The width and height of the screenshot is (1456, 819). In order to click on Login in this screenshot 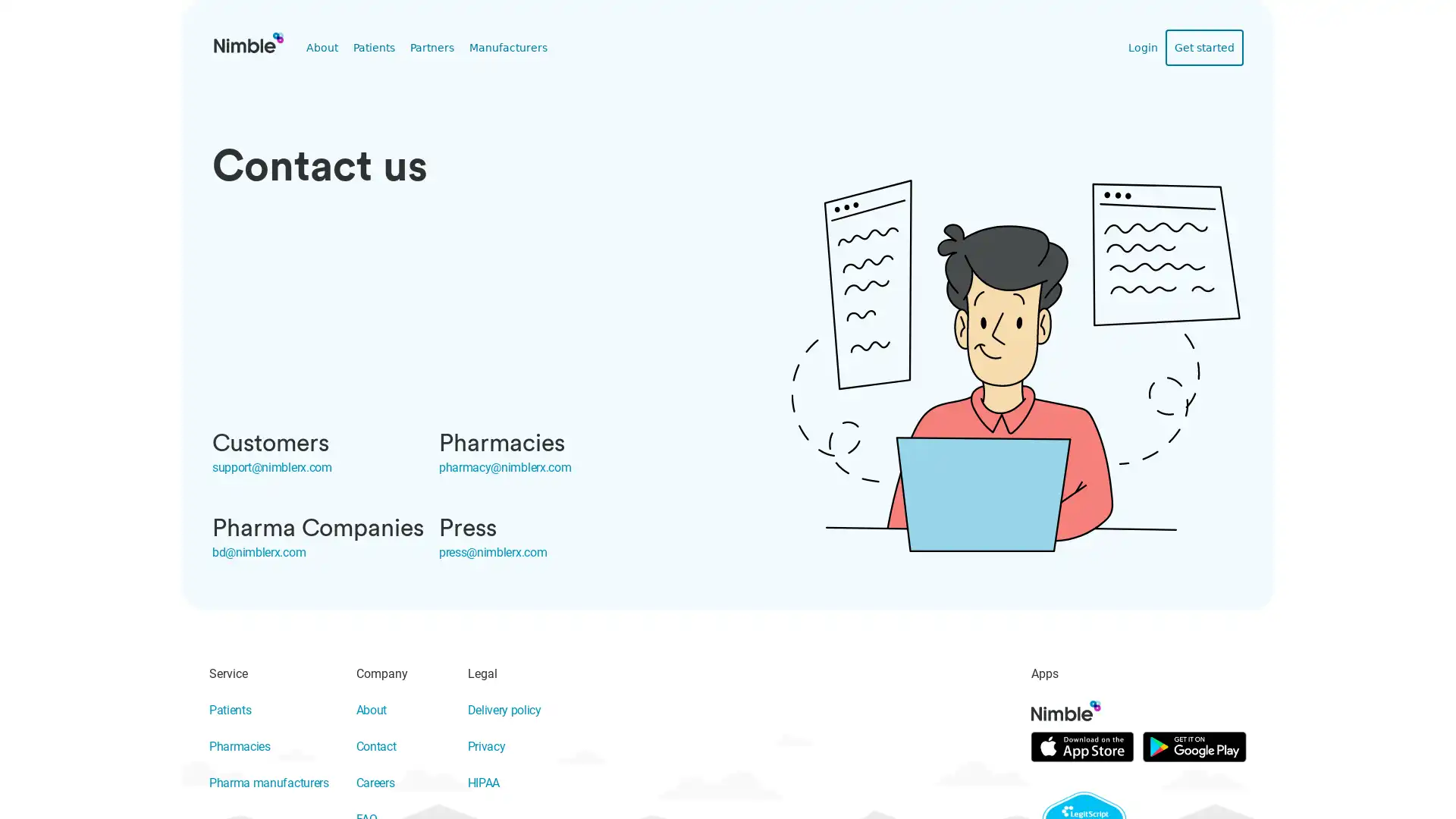, I will do `click(1150, 45)`.